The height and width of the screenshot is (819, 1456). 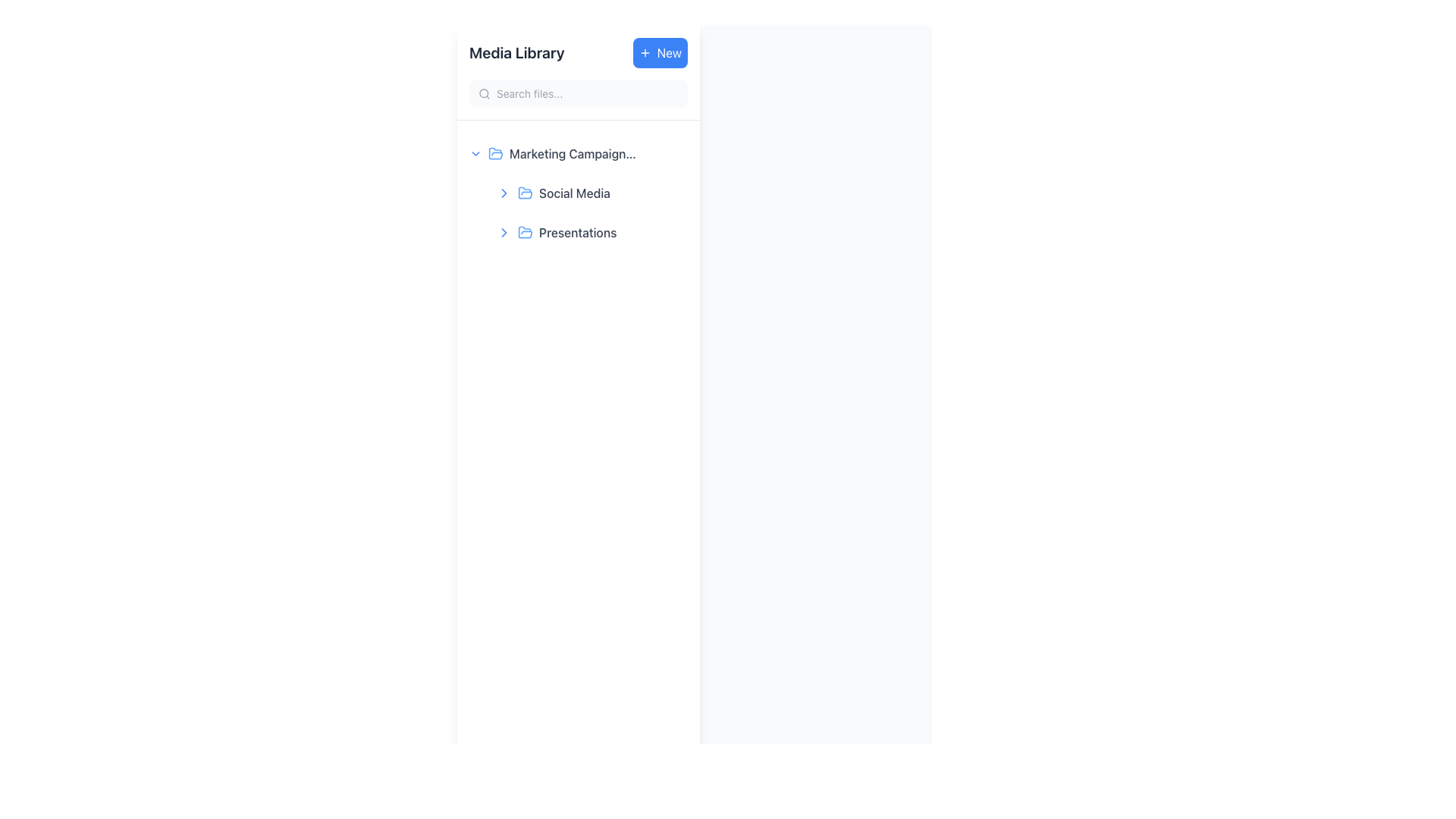 What do you see at coordinates (483, 93) in the screenshot?
I see `the search icon located within the search bar at the top-left area of the interface, which visually represents the search functionality` at bounding box center [483, 93].